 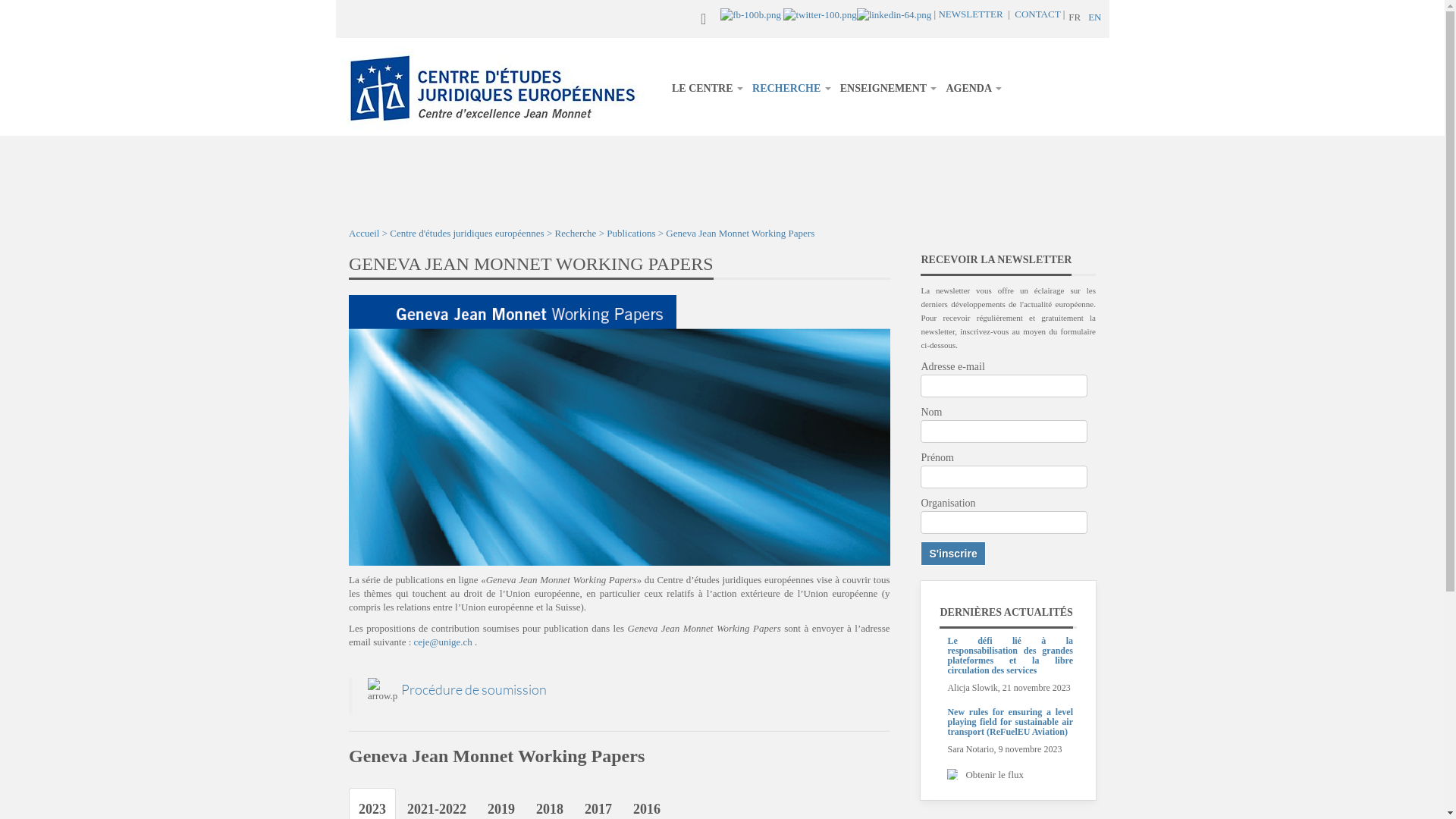 I want to click on 'AGENDA', so click(x=973, y=88).